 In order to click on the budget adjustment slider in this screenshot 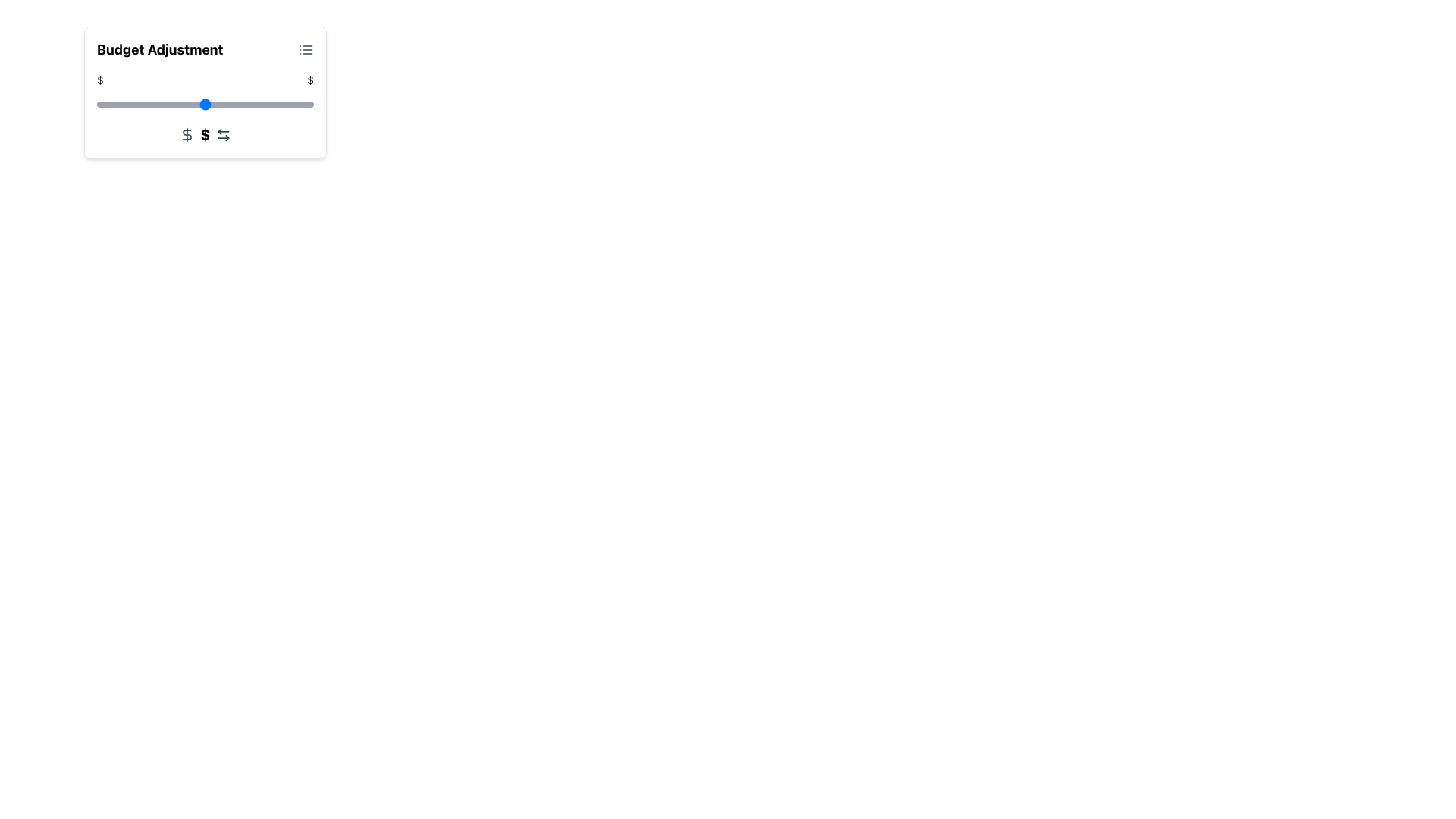, I will do `click(189, 104)`.